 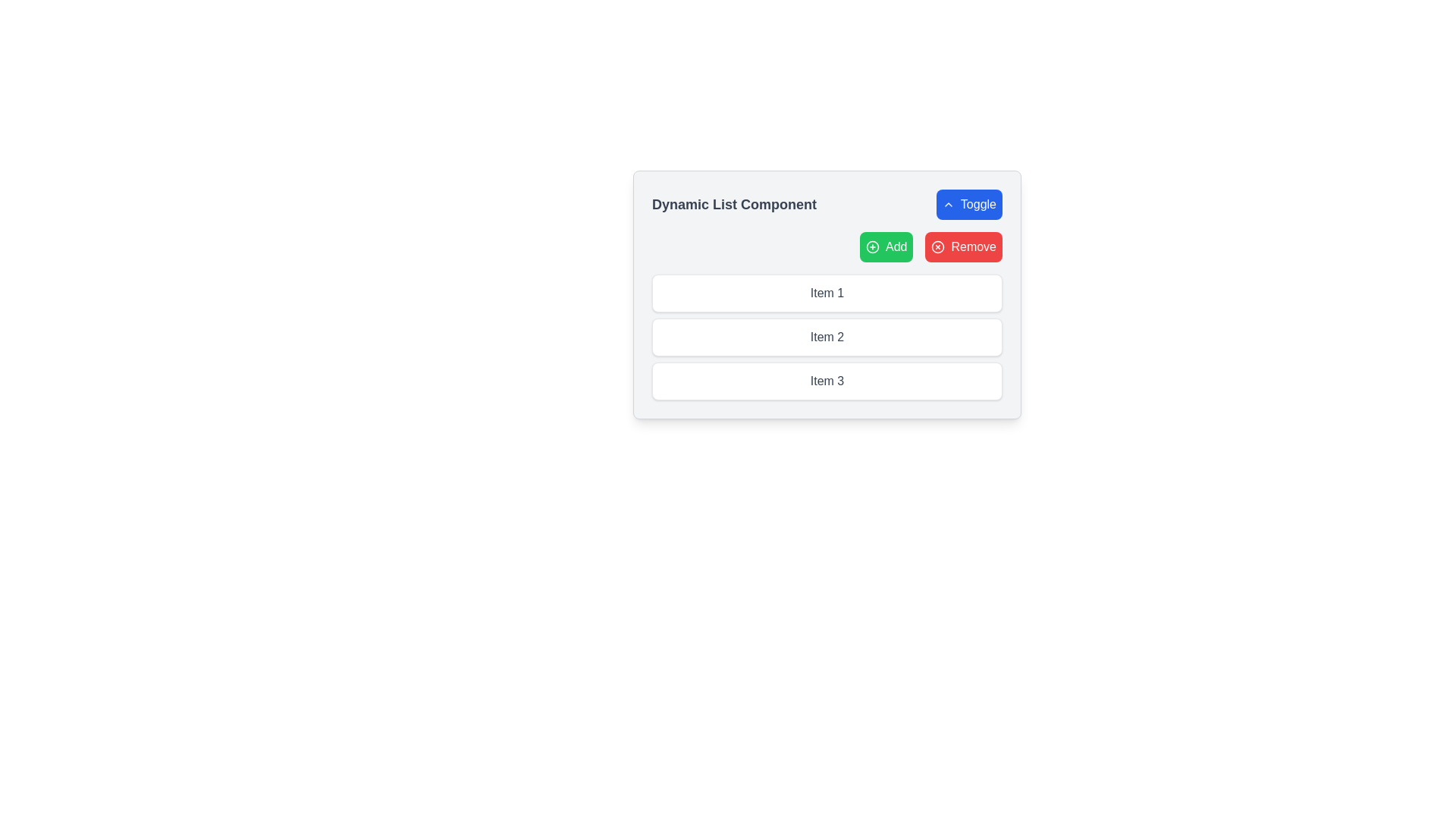 I want to click on the 'Remove' text label displayed in white, which is inside a red button with white rounded borders, located to the right of the green 'Add' button and below the blue 'Toggle' button, so click(x=974, y=246).